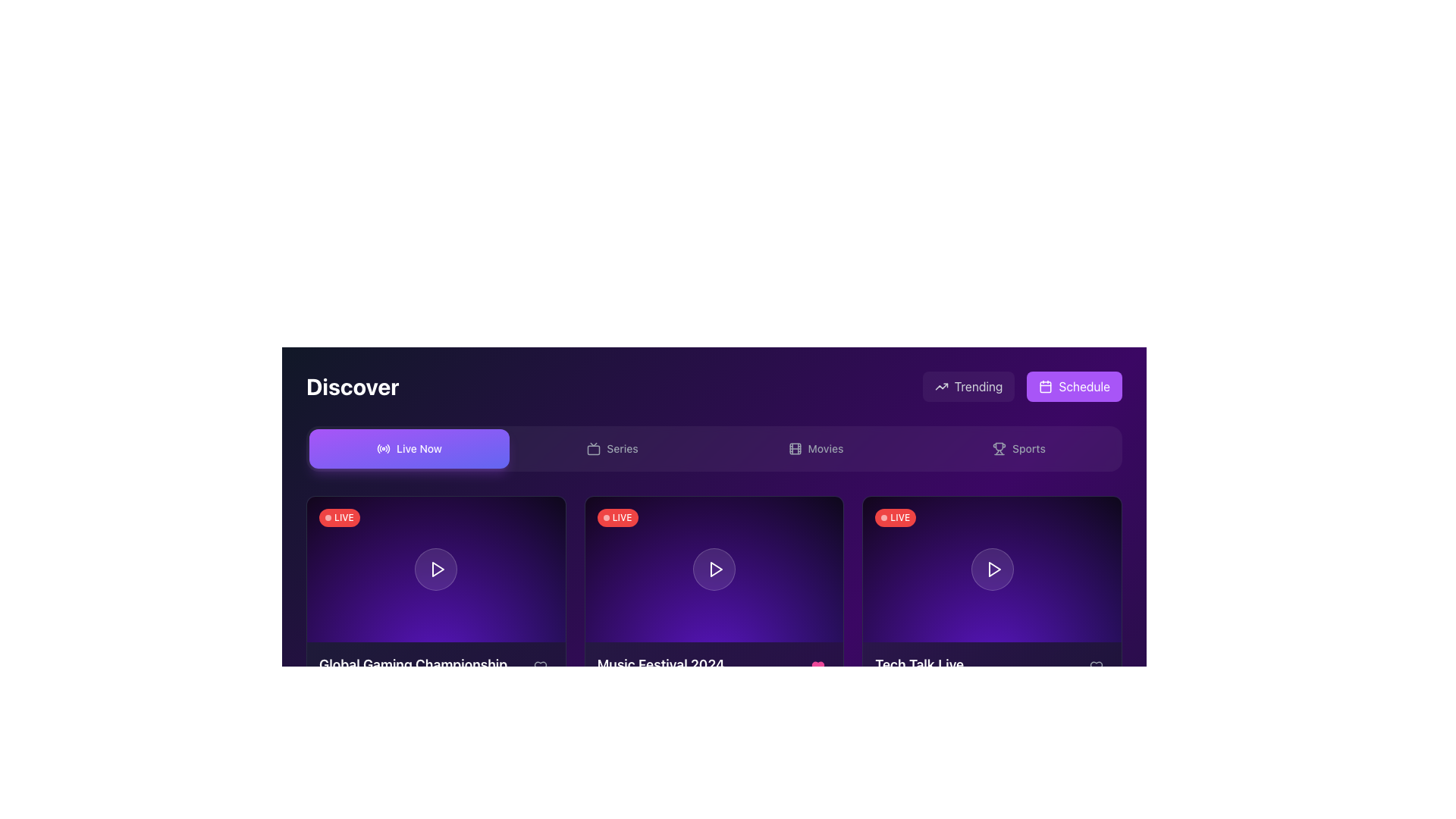  I want to click on the interactive heart icon button located in the bottom-right corner of the 'Tech Talk Live' card, so click(1096, 666).